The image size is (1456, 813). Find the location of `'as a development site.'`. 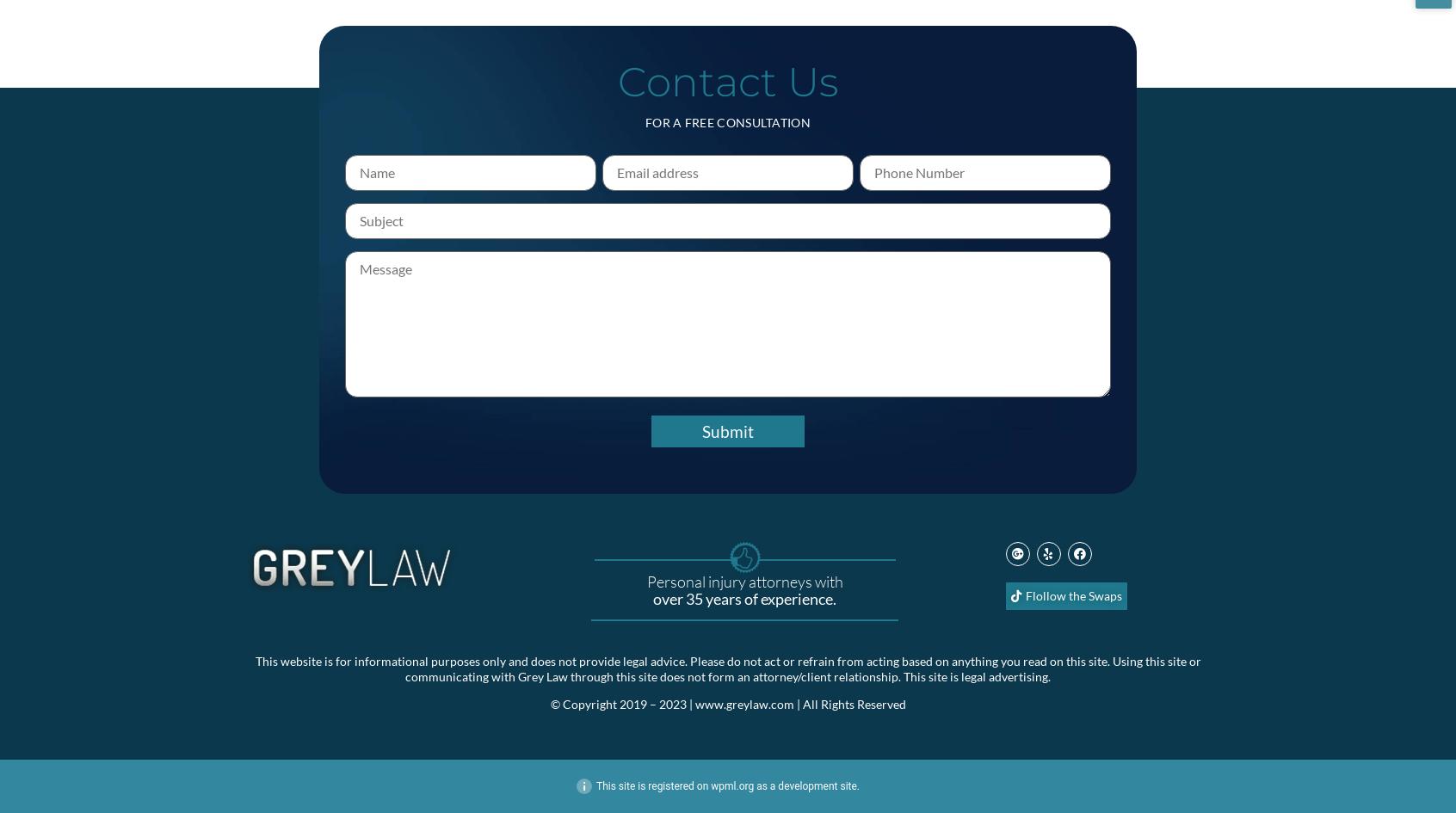

'as a development site.' is located at coordinates (806, 784).